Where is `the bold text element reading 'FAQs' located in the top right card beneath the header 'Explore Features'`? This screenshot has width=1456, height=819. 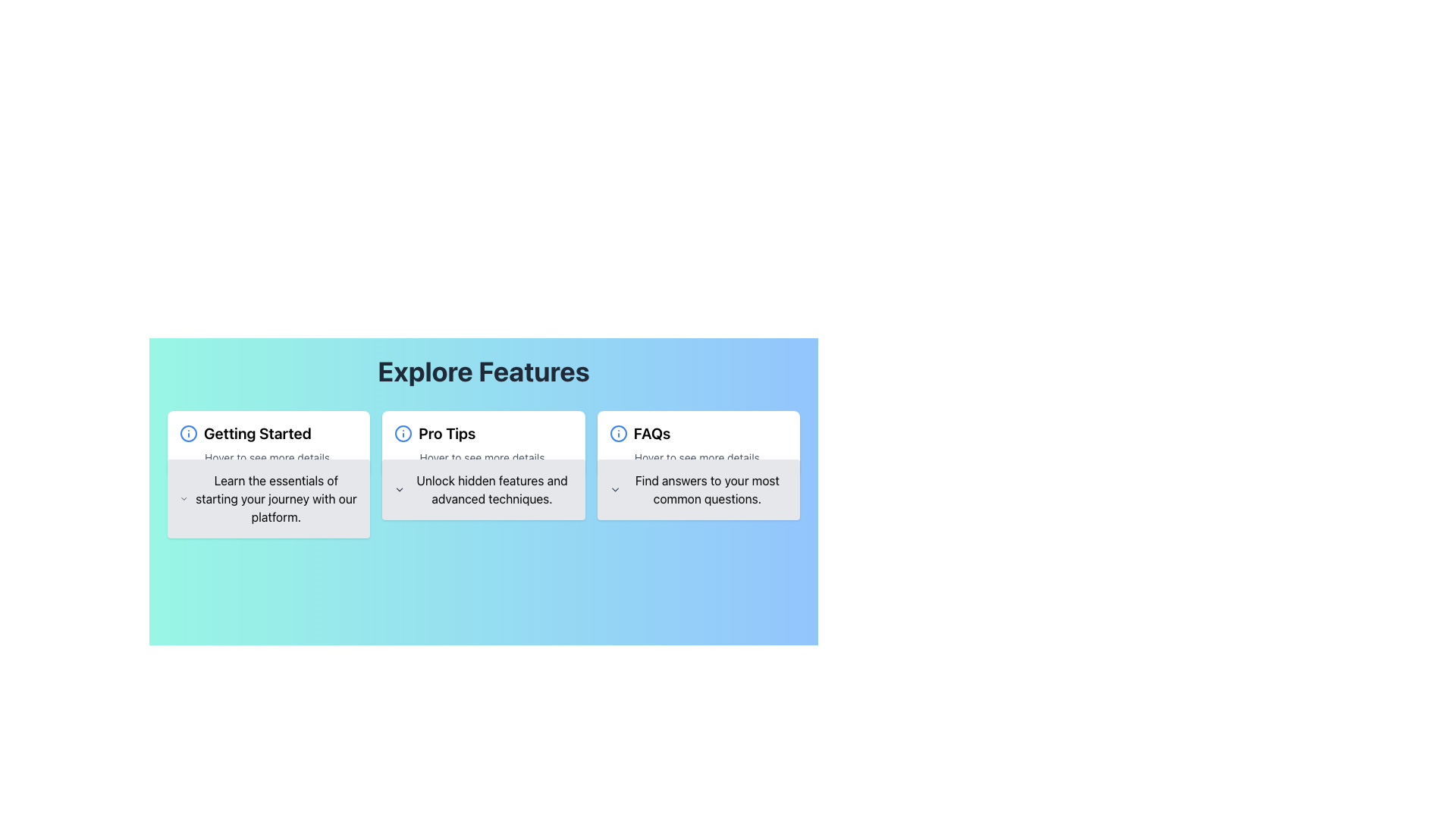 the bold text element reading 'FAQs' located in the top right card beneath the header 'Explore Features' is located at coordinates (651, 433).